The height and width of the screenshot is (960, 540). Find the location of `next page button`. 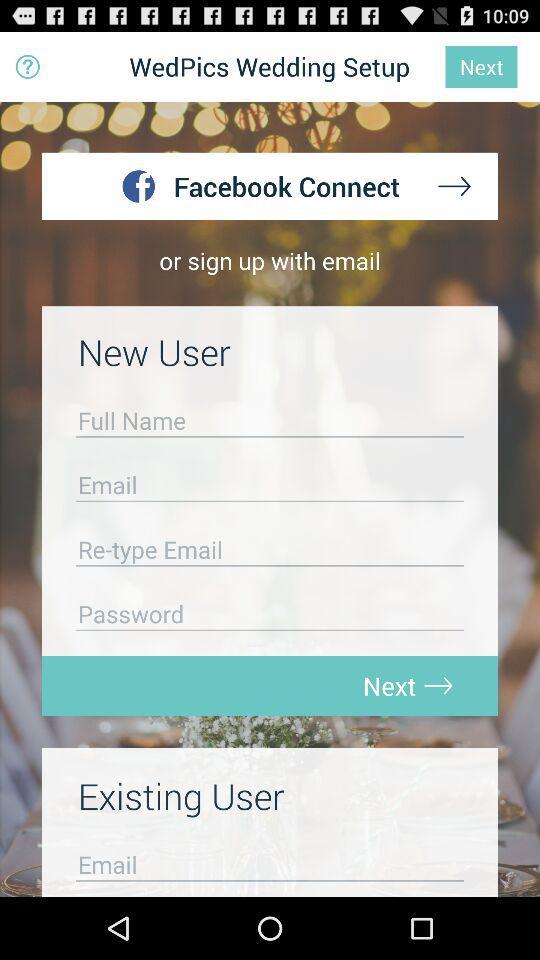

next page button is located at coordinates (453, 186).